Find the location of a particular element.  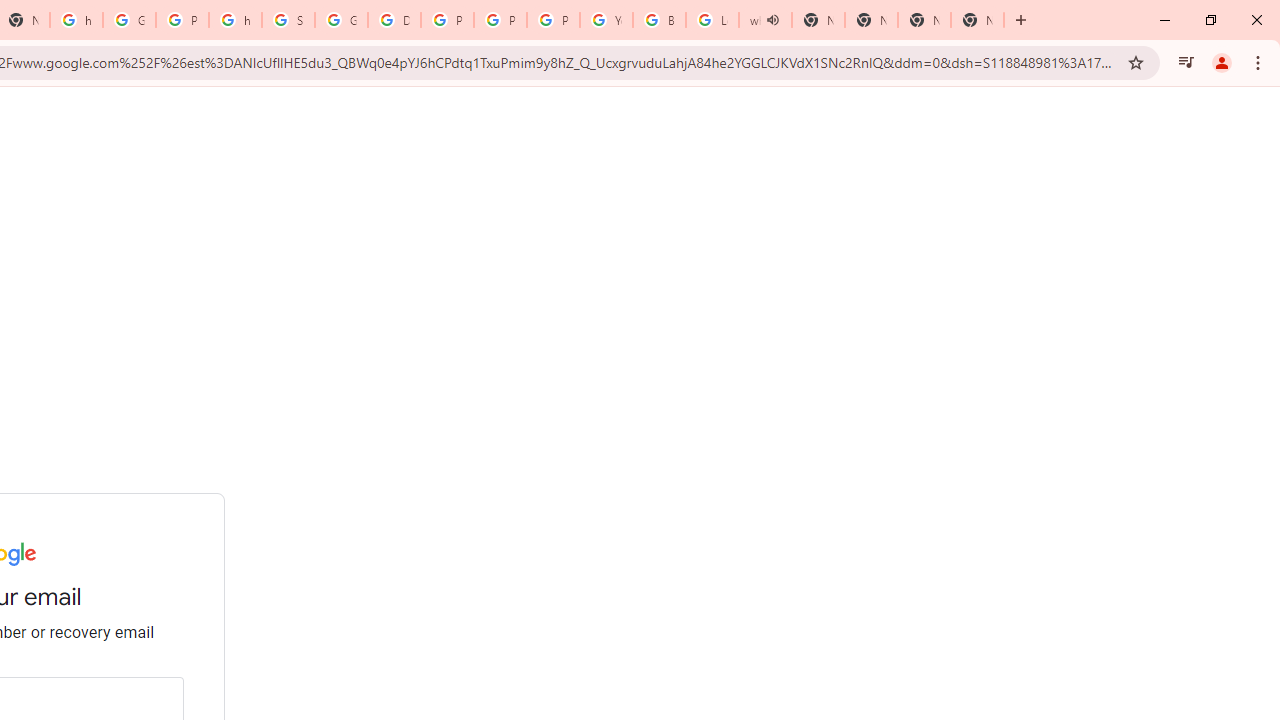

'Sign in - Google Accounts' is located at coordinates (287, 20).